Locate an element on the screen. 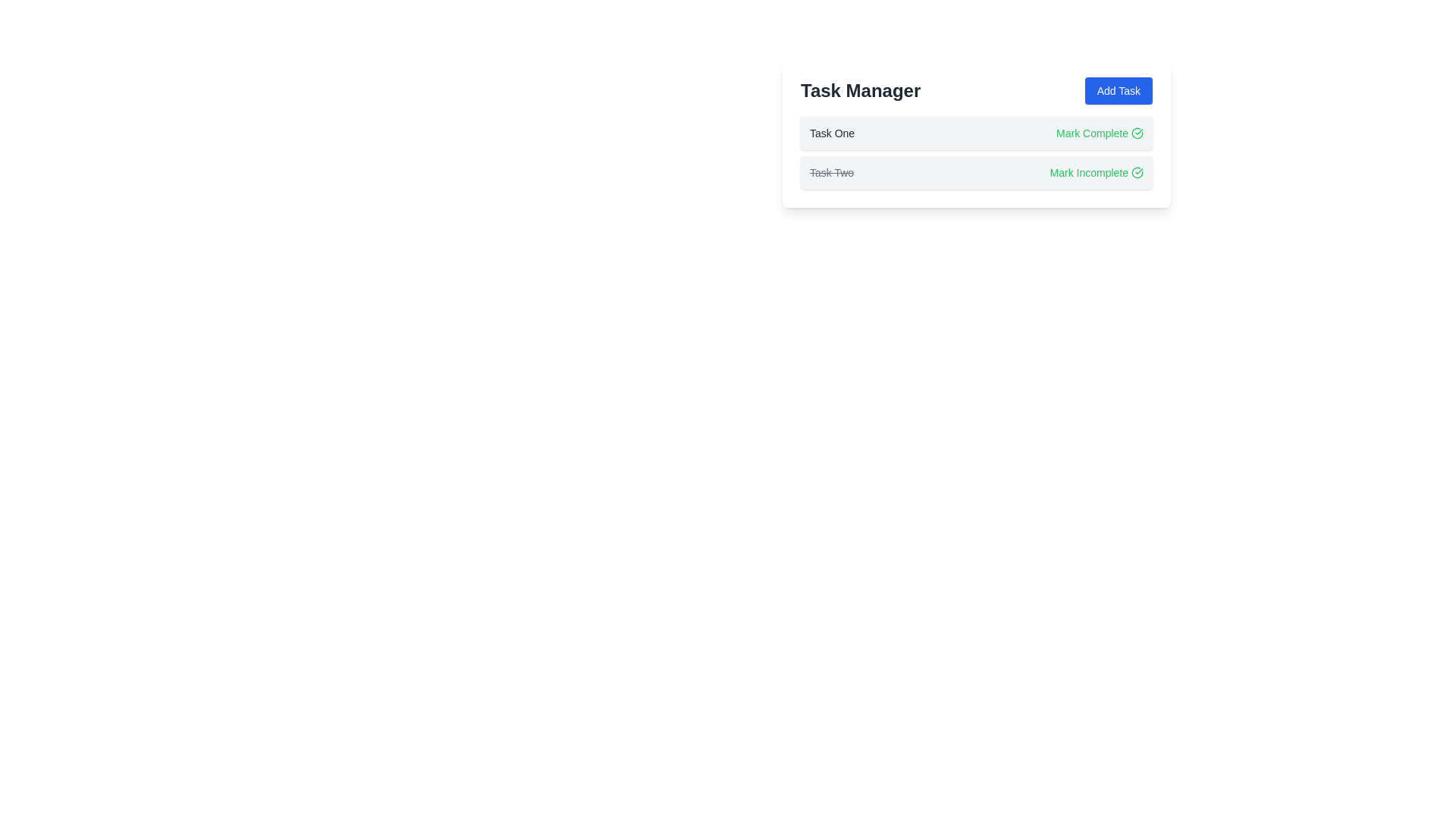 This screenshot has height=819, width=1456. the text label displaying 'Task One' in a small-sized sans-serif font, styled with dark gray color, located on a light-gray background as the leftmost text in the first row of a list of tasks is located at coordinates (831, 133).